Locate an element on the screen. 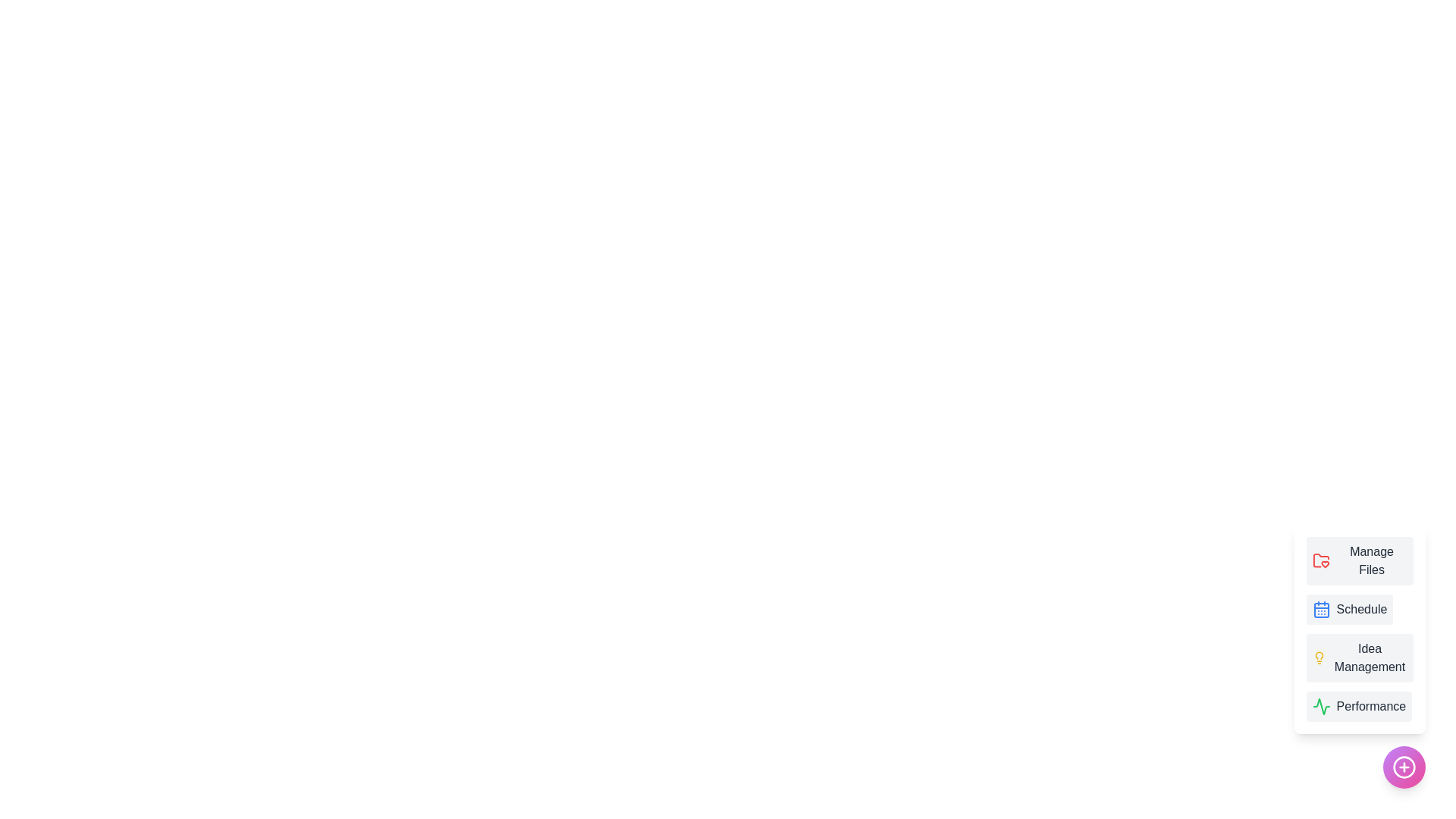  the 'Schedule' button to select it is located at coordinates (1350, 608).